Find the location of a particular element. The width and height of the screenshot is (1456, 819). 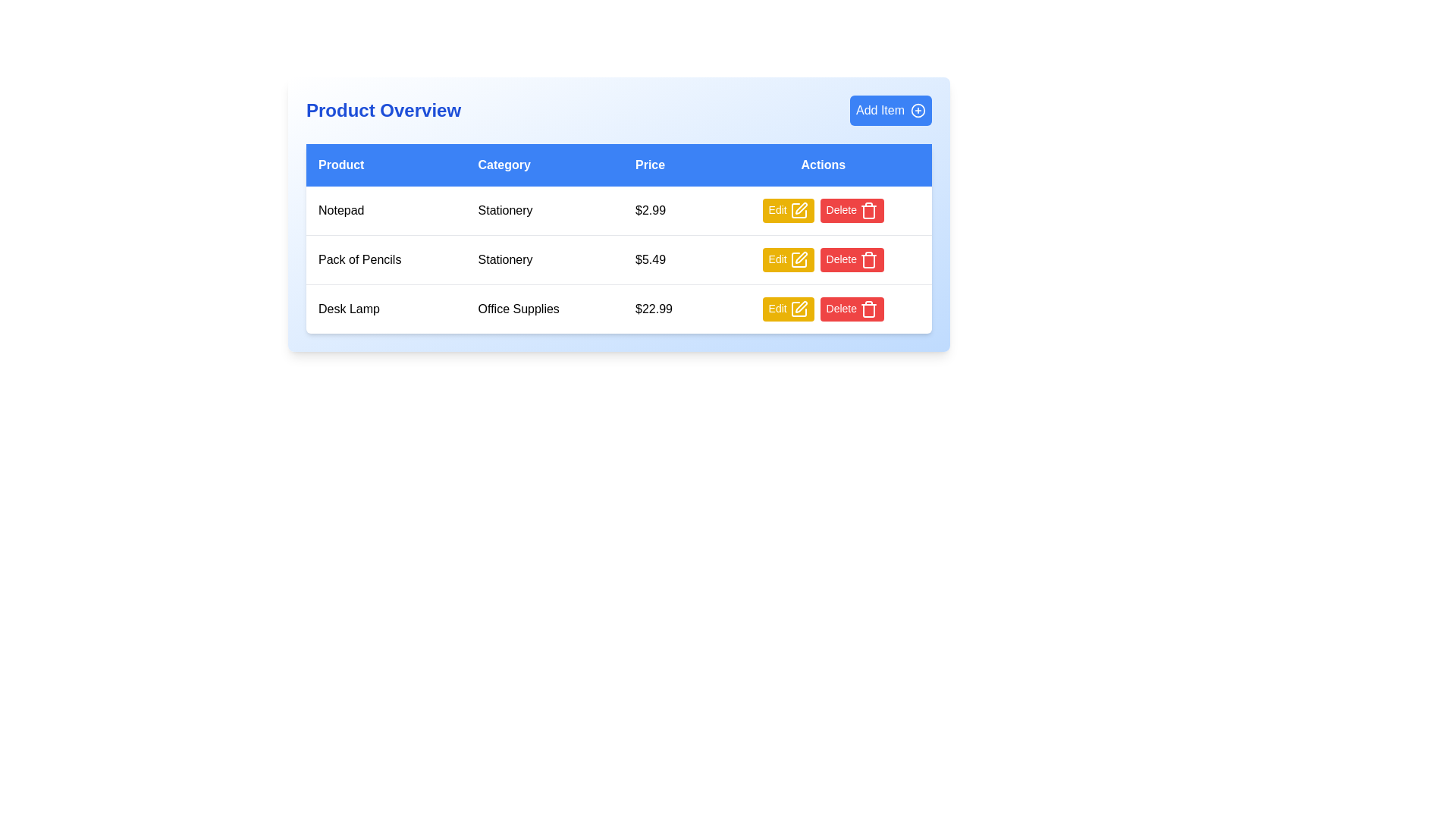

the pen icon located within the 'Edit' button of the 'Actions' column in the first row for the 'Notepad' entry to initiate editing is located at coordinates (798, 210).